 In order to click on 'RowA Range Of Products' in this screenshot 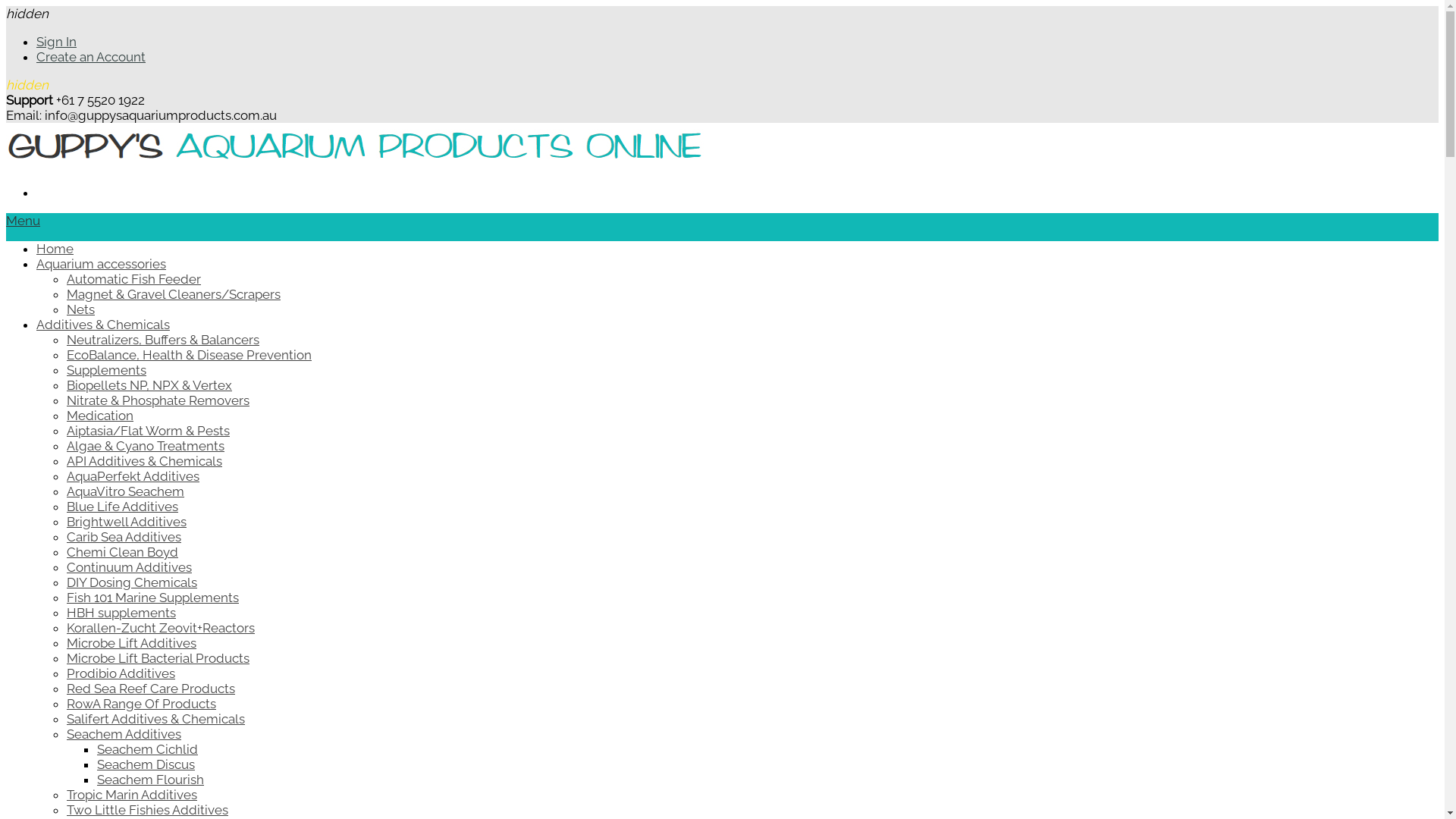, I will do `click(141, 704)`.